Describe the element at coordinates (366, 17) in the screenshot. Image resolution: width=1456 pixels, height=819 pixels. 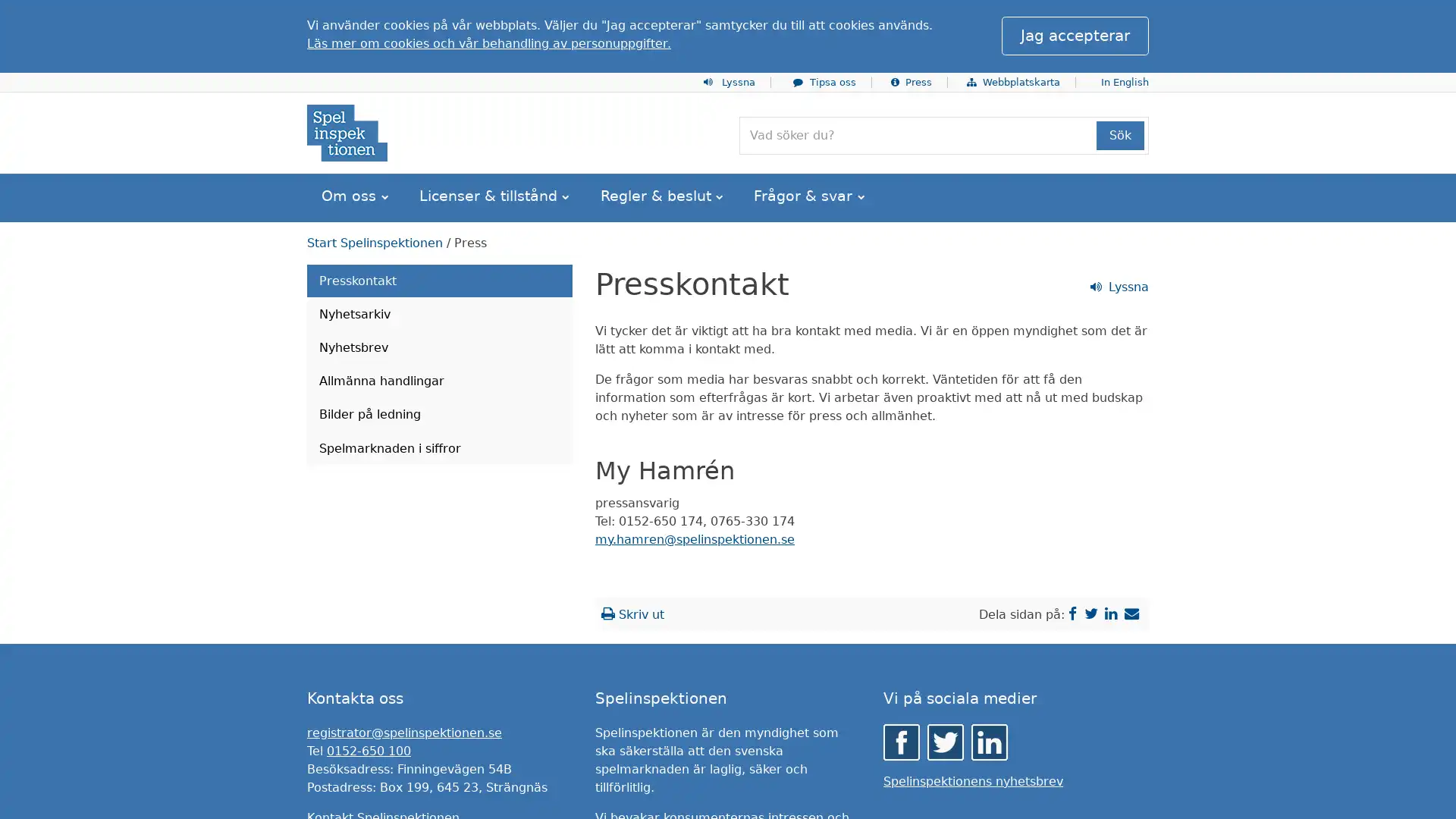
I see `ReadSpeaker webReader: Lyssna med webReader` at that location.